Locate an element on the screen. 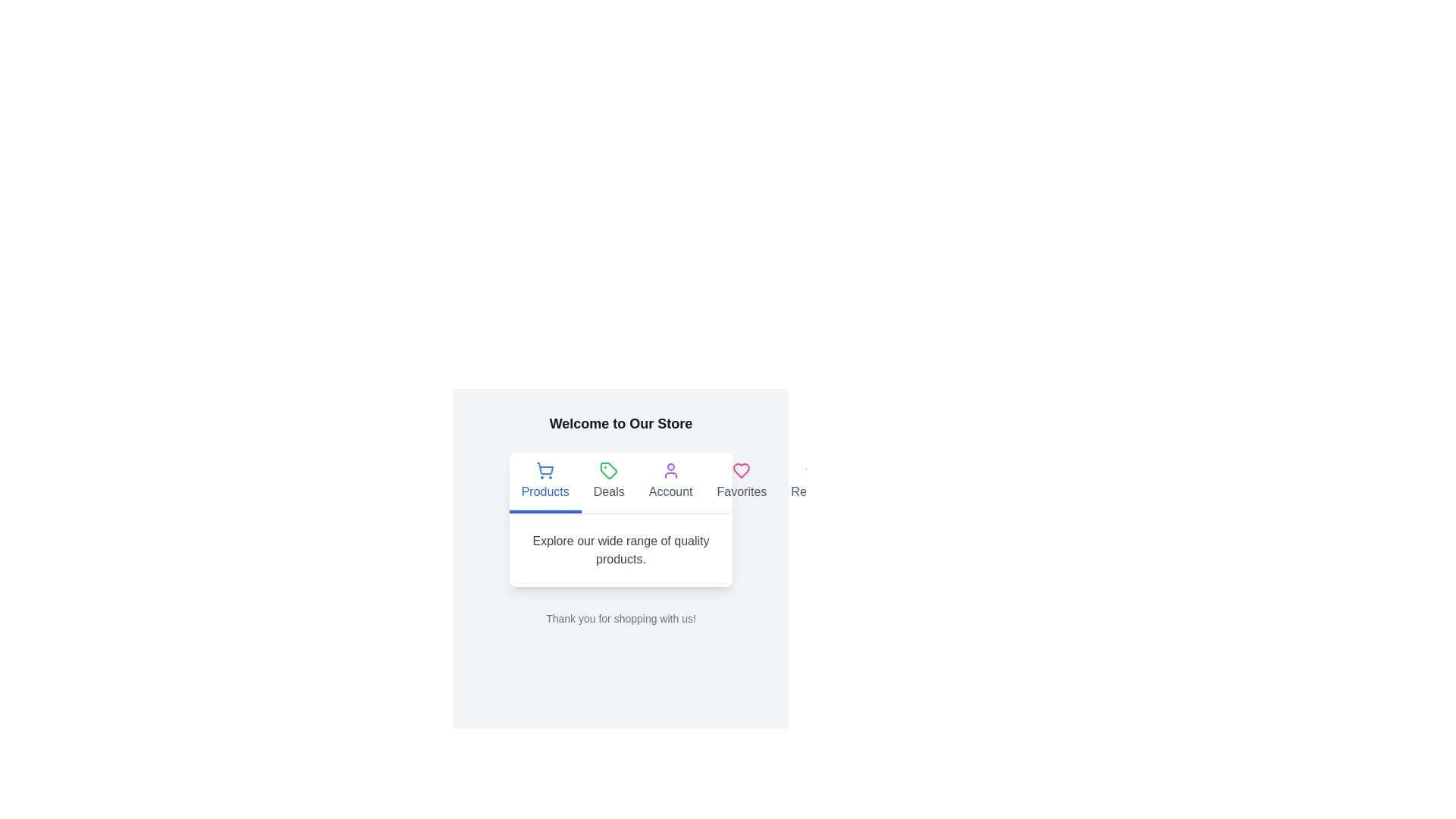 Image resolution: width=1456 pixels, height=819 pixels. the 'Deals' menu tab, which is the second element in the horizontal menu bar is located at coordinates (609, 482).